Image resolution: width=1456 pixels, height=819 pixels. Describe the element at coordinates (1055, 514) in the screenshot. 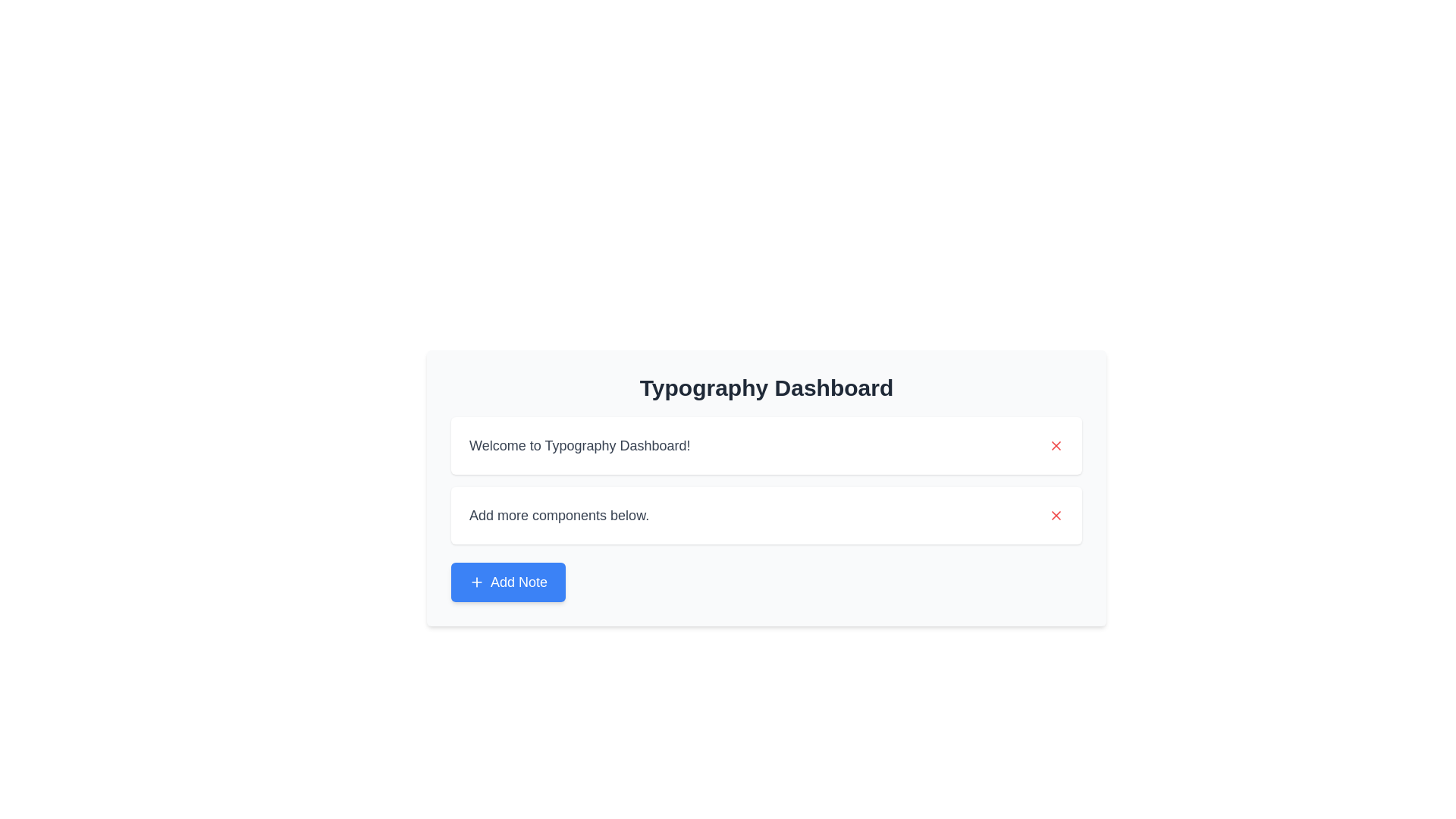

I see `the close button located at the top-right corner of the card that displays the text 'Add more components below'` at that location.